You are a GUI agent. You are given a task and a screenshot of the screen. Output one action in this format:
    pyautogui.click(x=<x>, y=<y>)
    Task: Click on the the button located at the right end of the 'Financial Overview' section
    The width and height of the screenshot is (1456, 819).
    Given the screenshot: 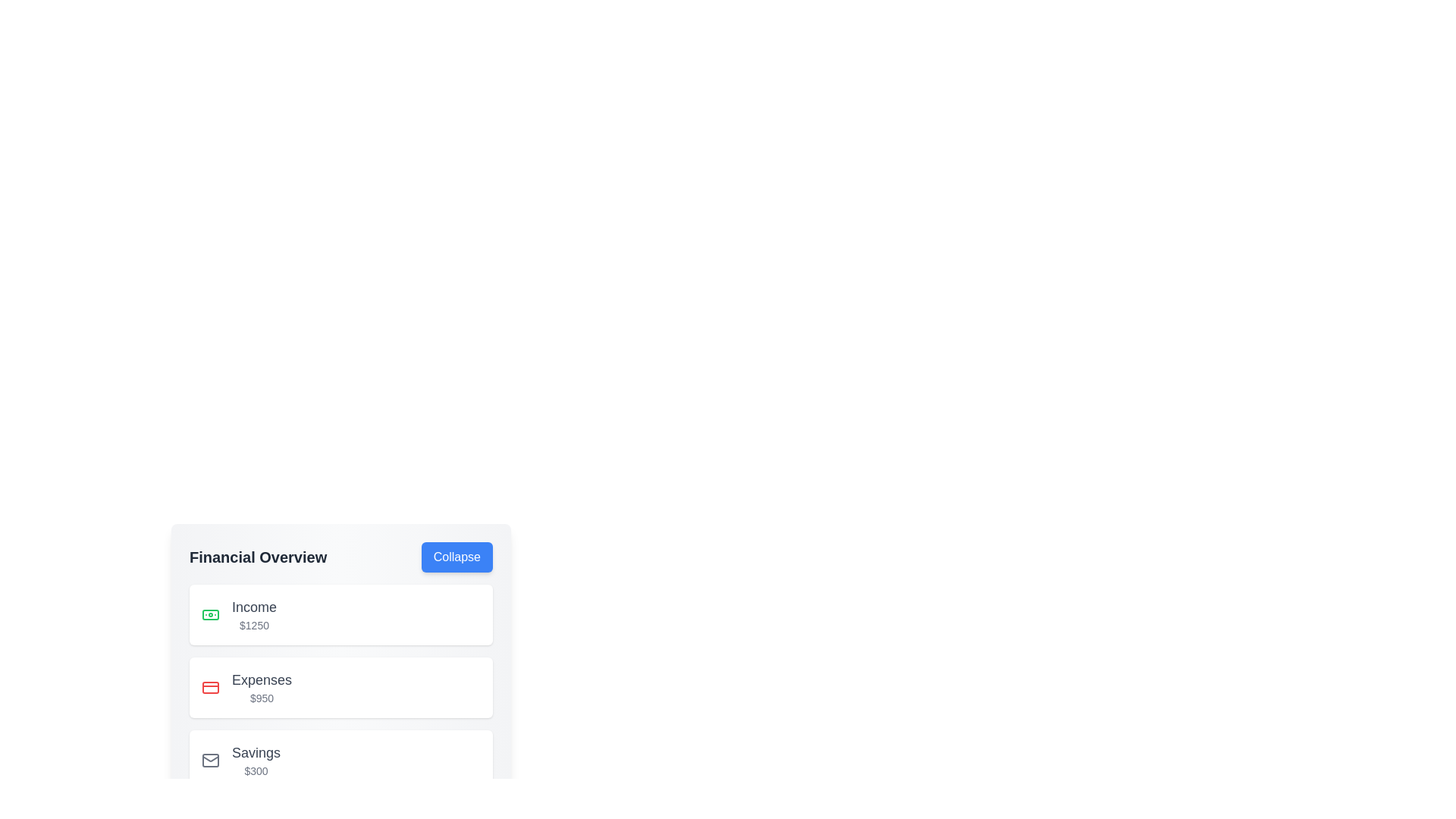 What is the action you would take?
    pyautogui.click(x=456, y=557)
    